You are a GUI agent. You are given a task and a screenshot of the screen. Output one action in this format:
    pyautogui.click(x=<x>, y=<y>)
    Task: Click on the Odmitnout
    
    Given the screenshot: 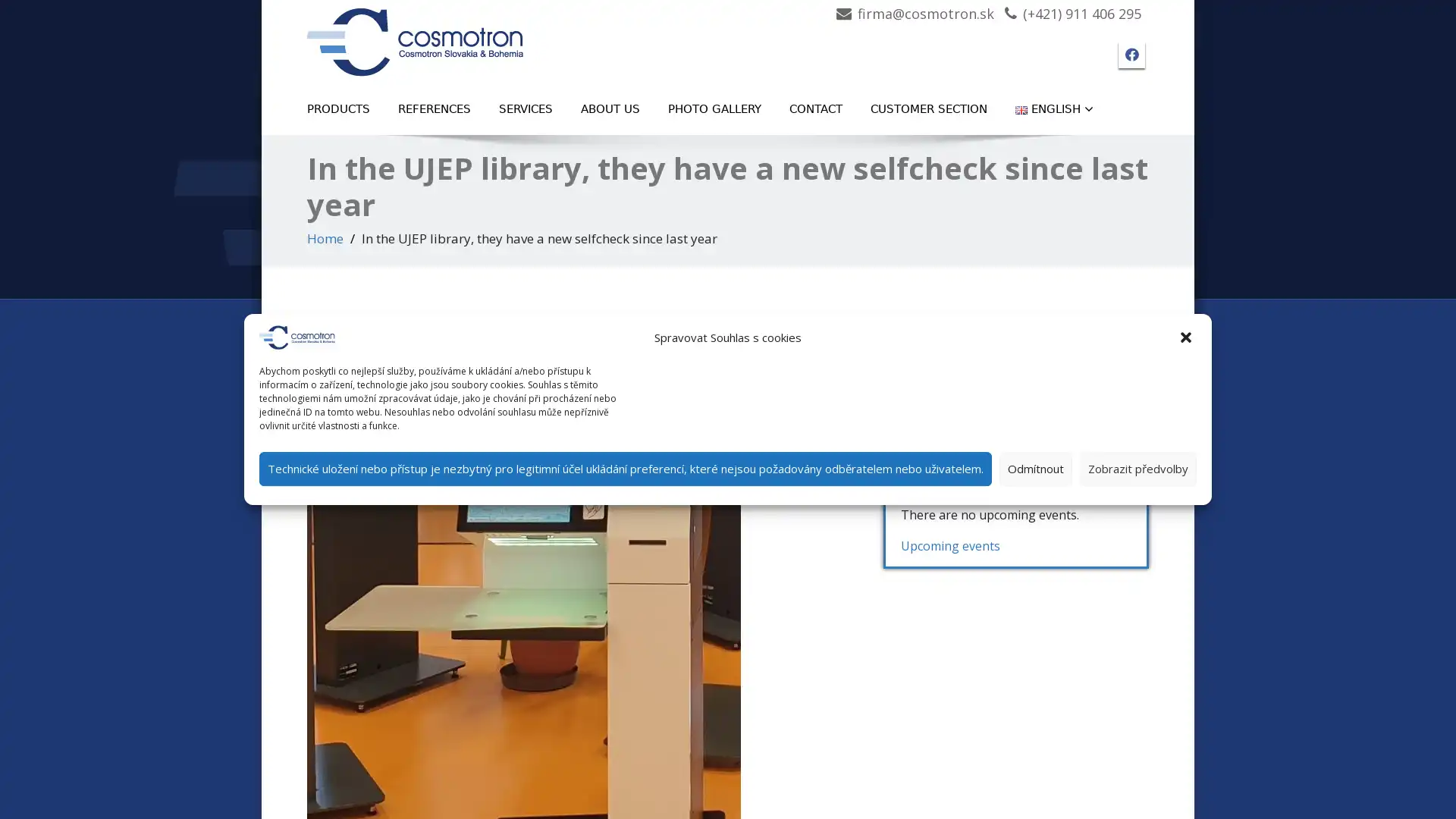 What is the action you would take?
    pyautogui.click(x=1035, y=467)
    